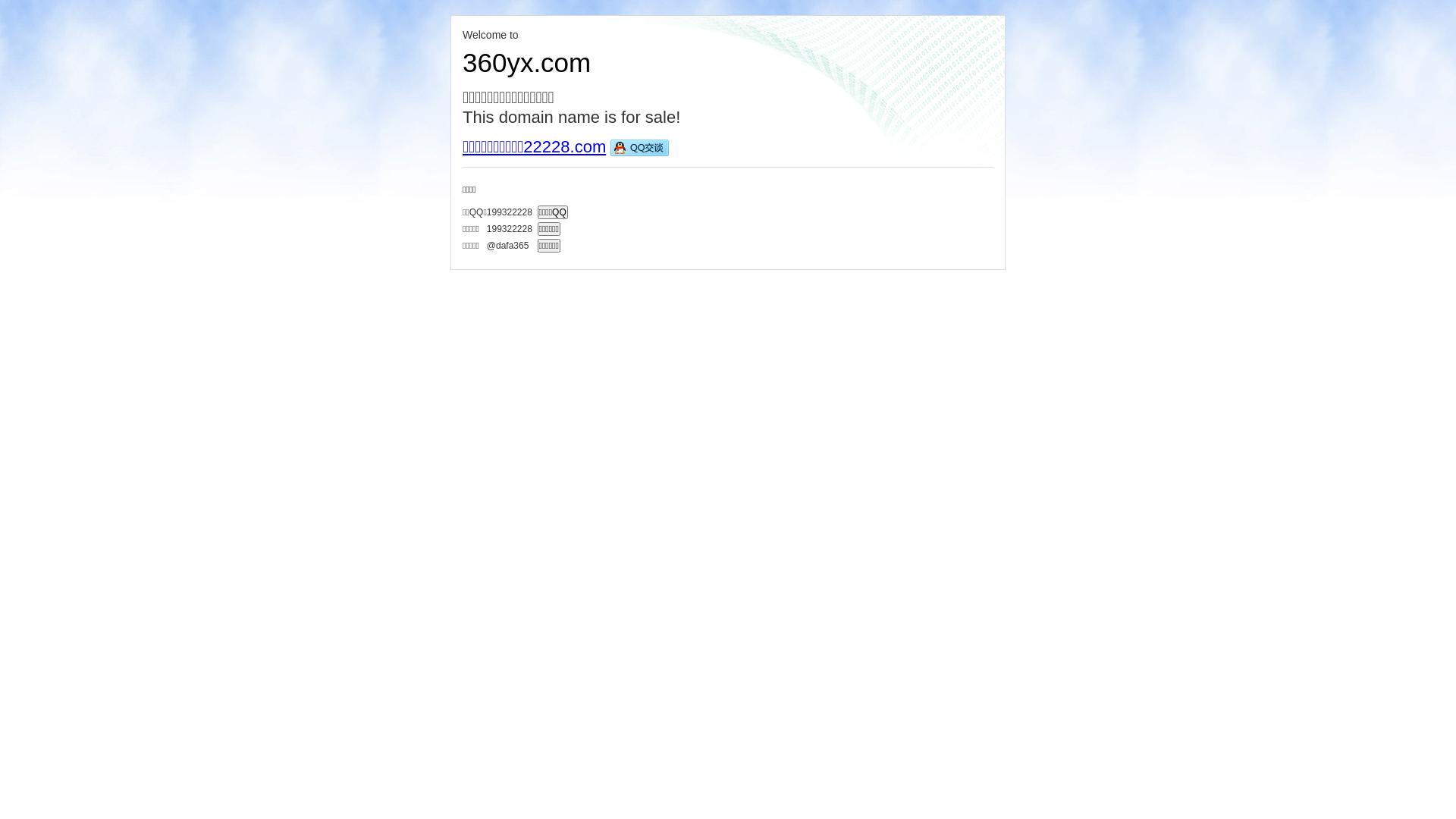  What do you see at coordinates (487, 211) in the screenshot?
I see `'199322228'` at bounding box center [487, 211].